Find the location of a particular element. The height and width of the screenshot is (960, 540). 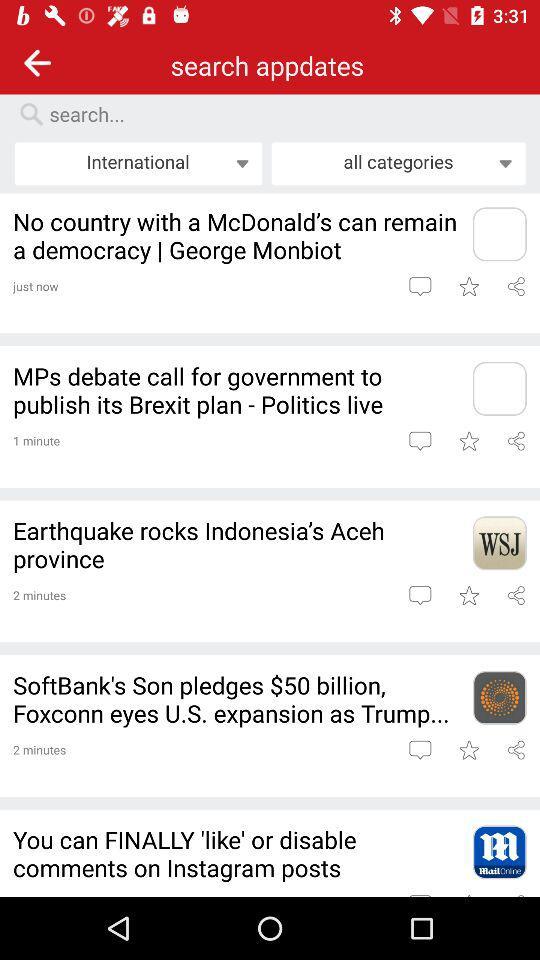

the item next to all categories icon is located at coordinates (137, 162).